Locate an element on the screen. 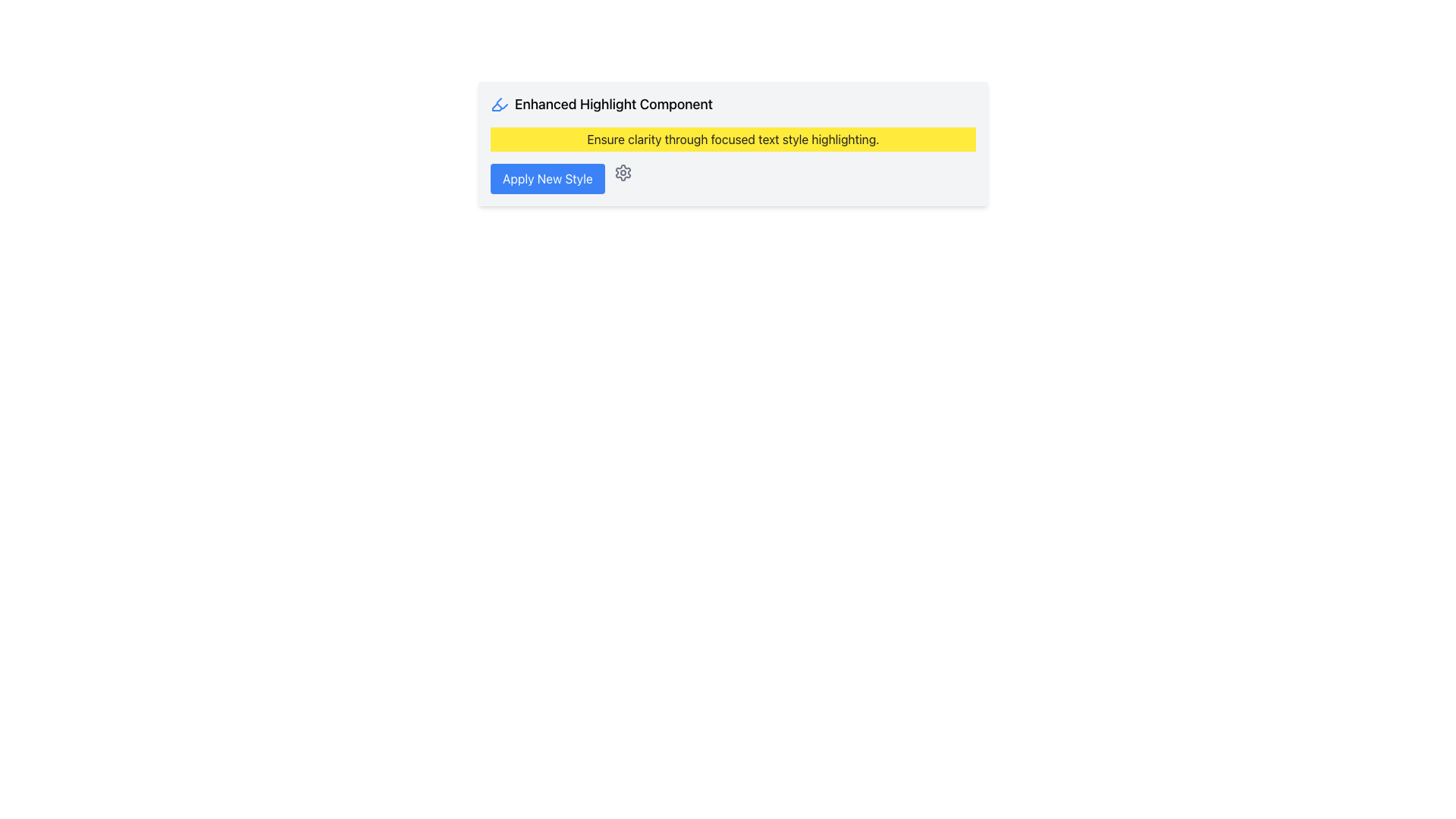 This screenshot has height=819, width=1456. the text element displaying 'Enhanced Highlight Component', which is bold and larger than surrounding text, positioned to the right of a small blue highlighter icon is located at coordinates (613, 104).